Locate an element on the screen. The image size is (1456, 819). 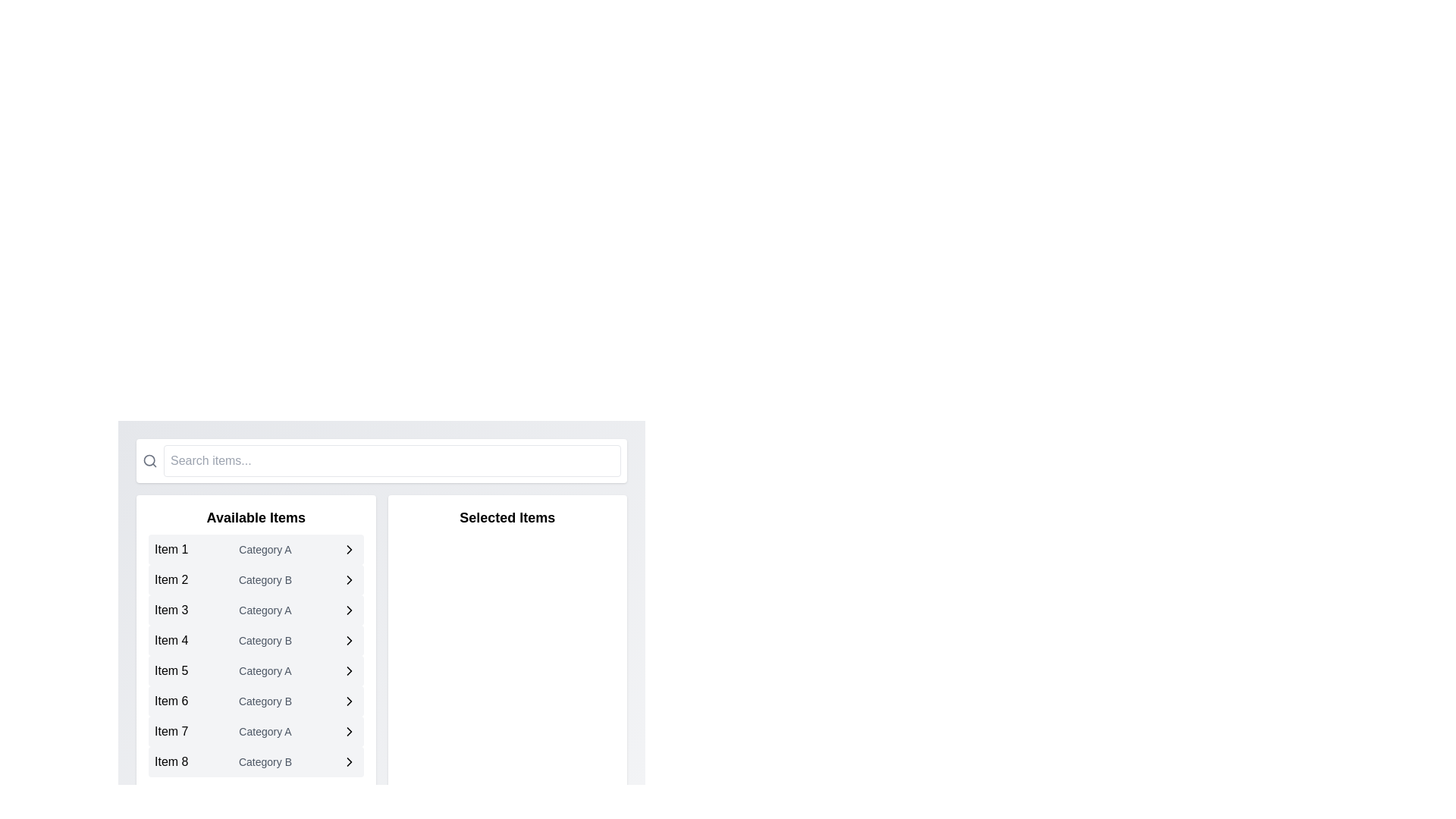
the text label in the bottommost row of the left column titled 'Available Items' is located at coordinates (171, 762).